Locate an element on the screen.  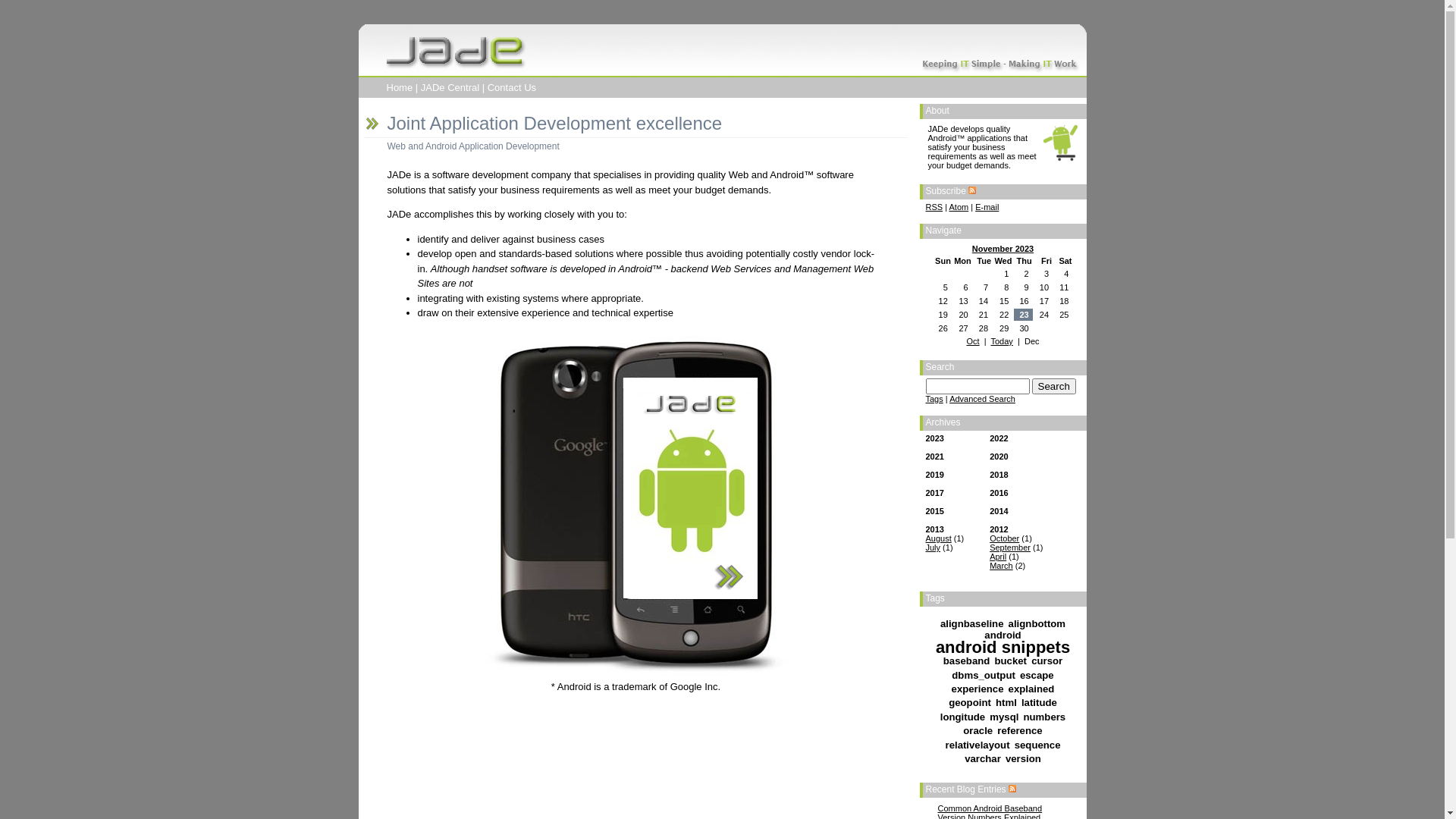
'alignbottom' is located at coordinates (1036, 623).